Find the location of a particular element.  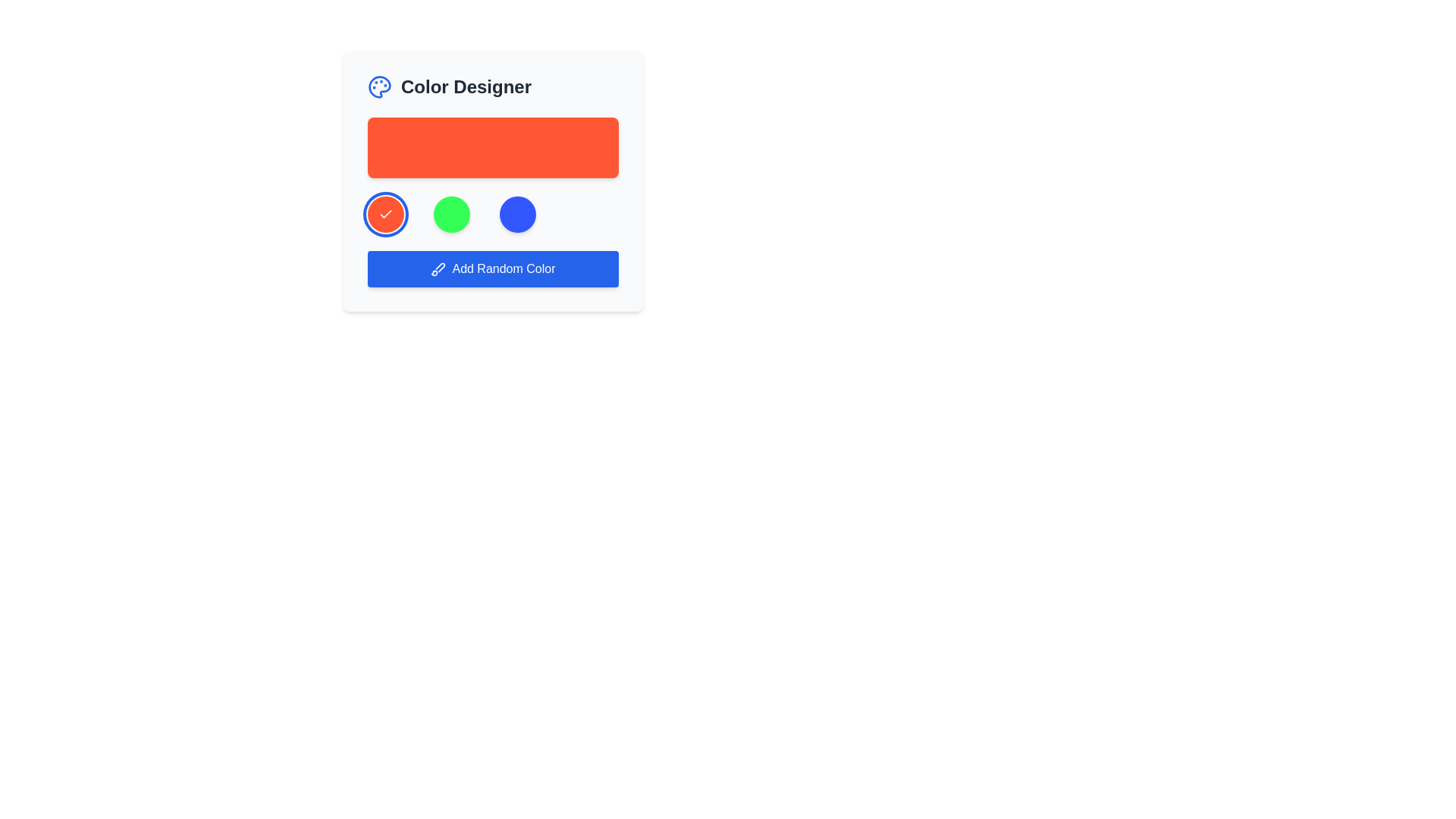

the second circular green button located below the red rectangular section is located at coordinates (450, 214).